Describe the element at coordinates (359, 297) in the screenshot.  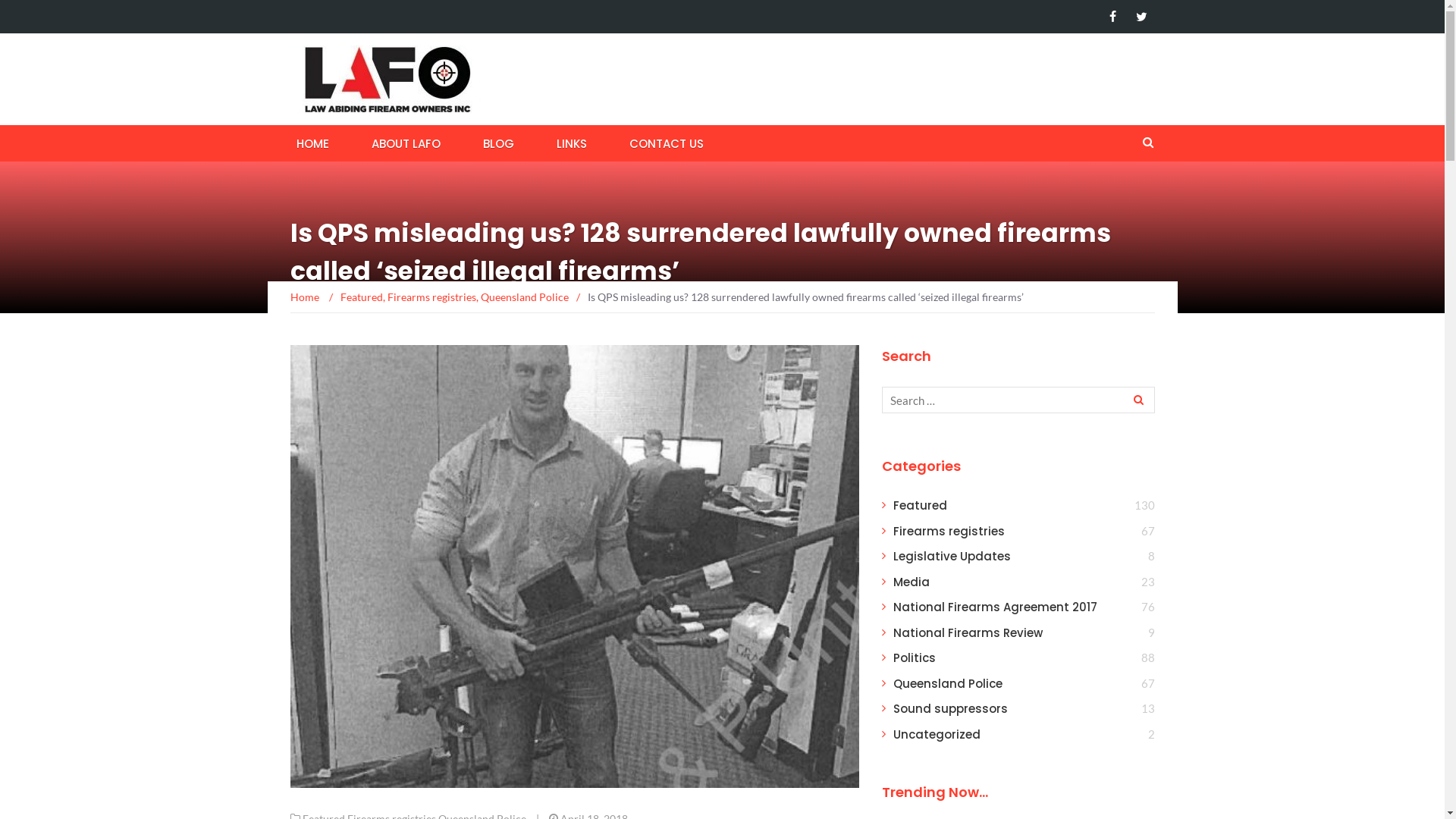
I see `'Featured'` at that location.